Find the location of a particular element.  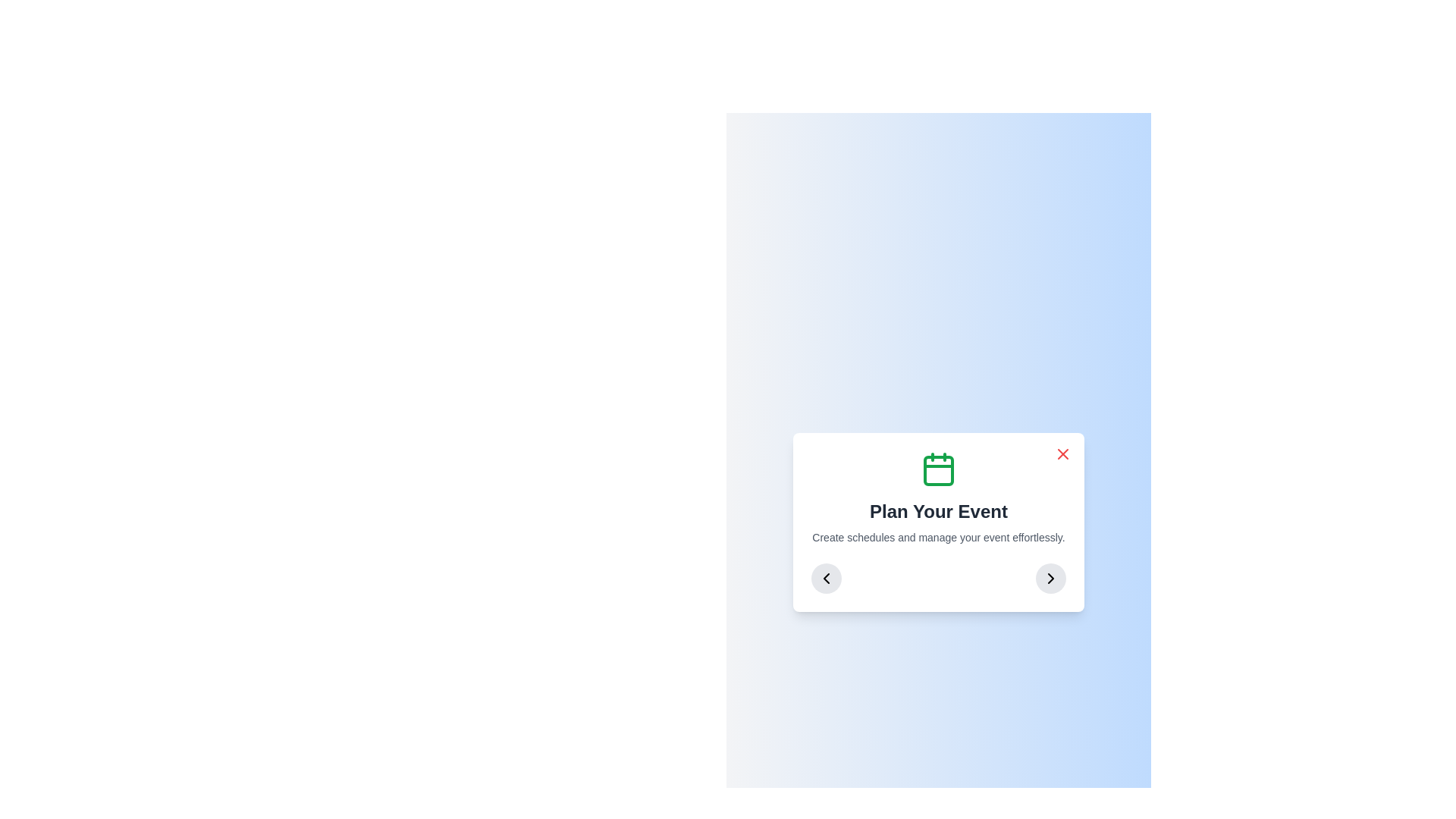

the navigation button located at the bottom-right corner of the 'Plan Your Event' dialog box to proceed to the next step is located at coordinates (1050, 579).